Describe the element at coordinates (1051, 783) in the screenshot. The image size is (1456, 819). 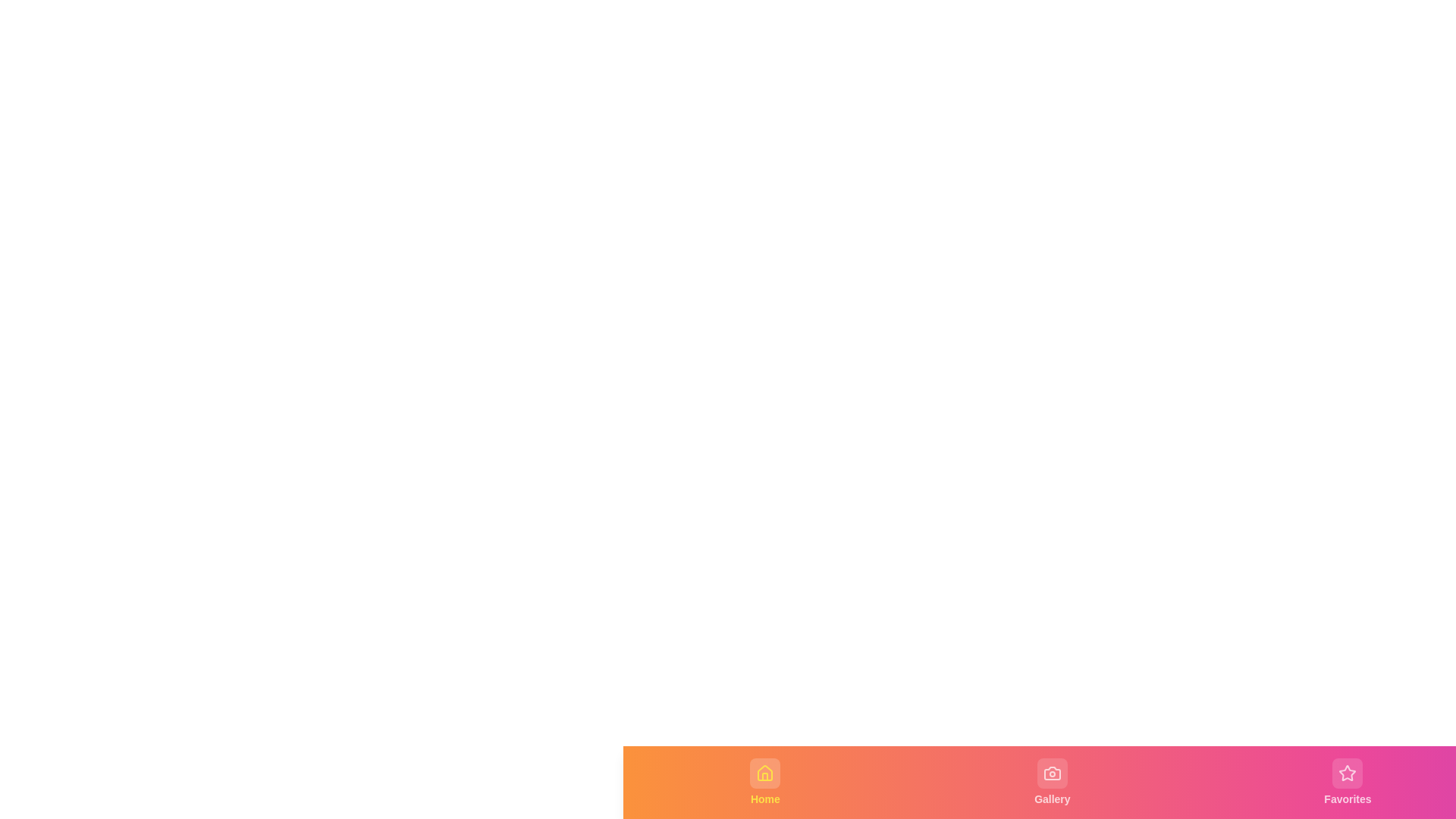
I see `the navigation tab labeled Gallery` at that location.